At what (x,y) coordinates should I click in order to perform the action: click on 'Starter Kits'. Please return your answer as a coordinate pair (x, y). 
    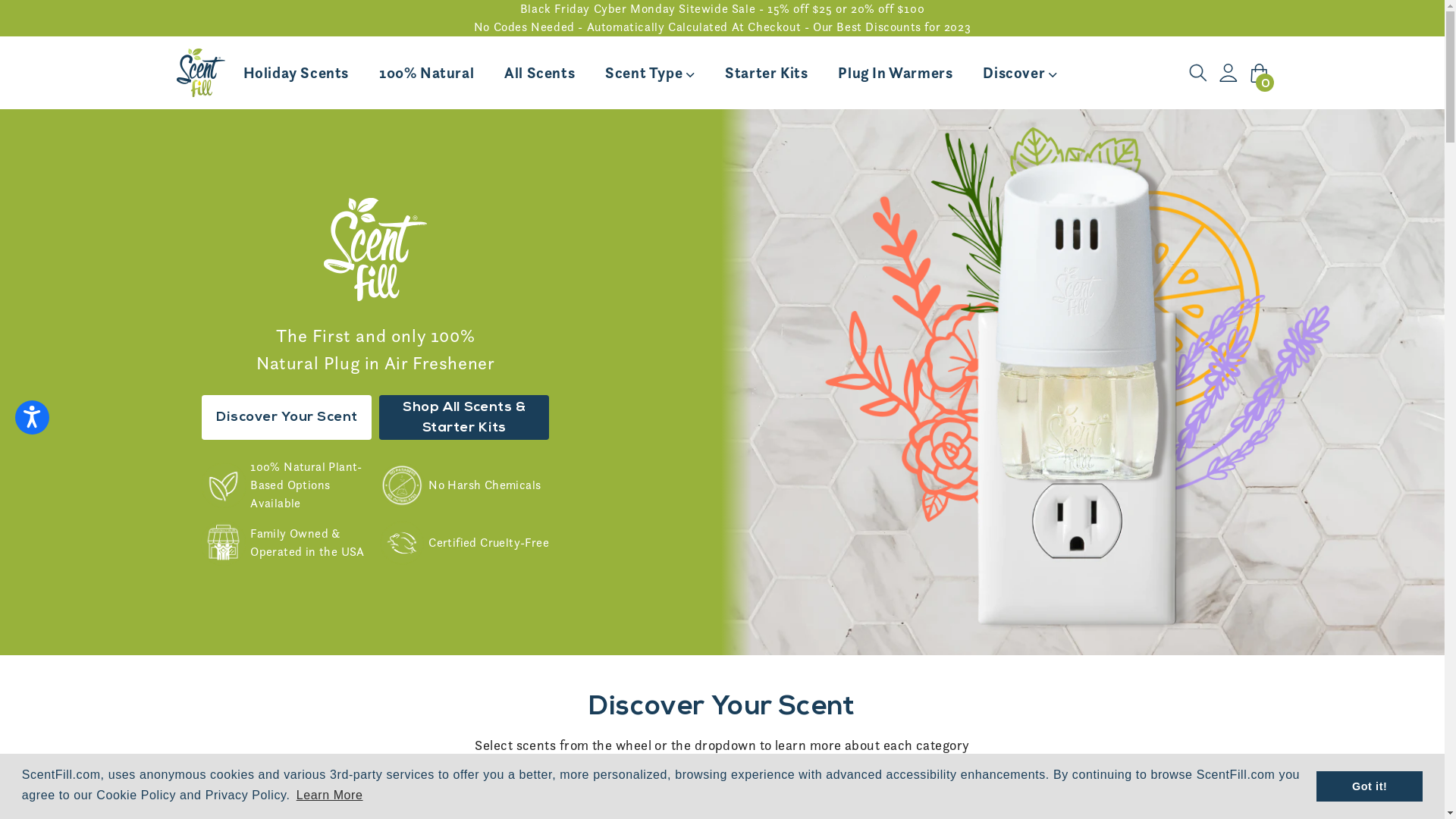
    Looking at the image, I should click on (766, 73).